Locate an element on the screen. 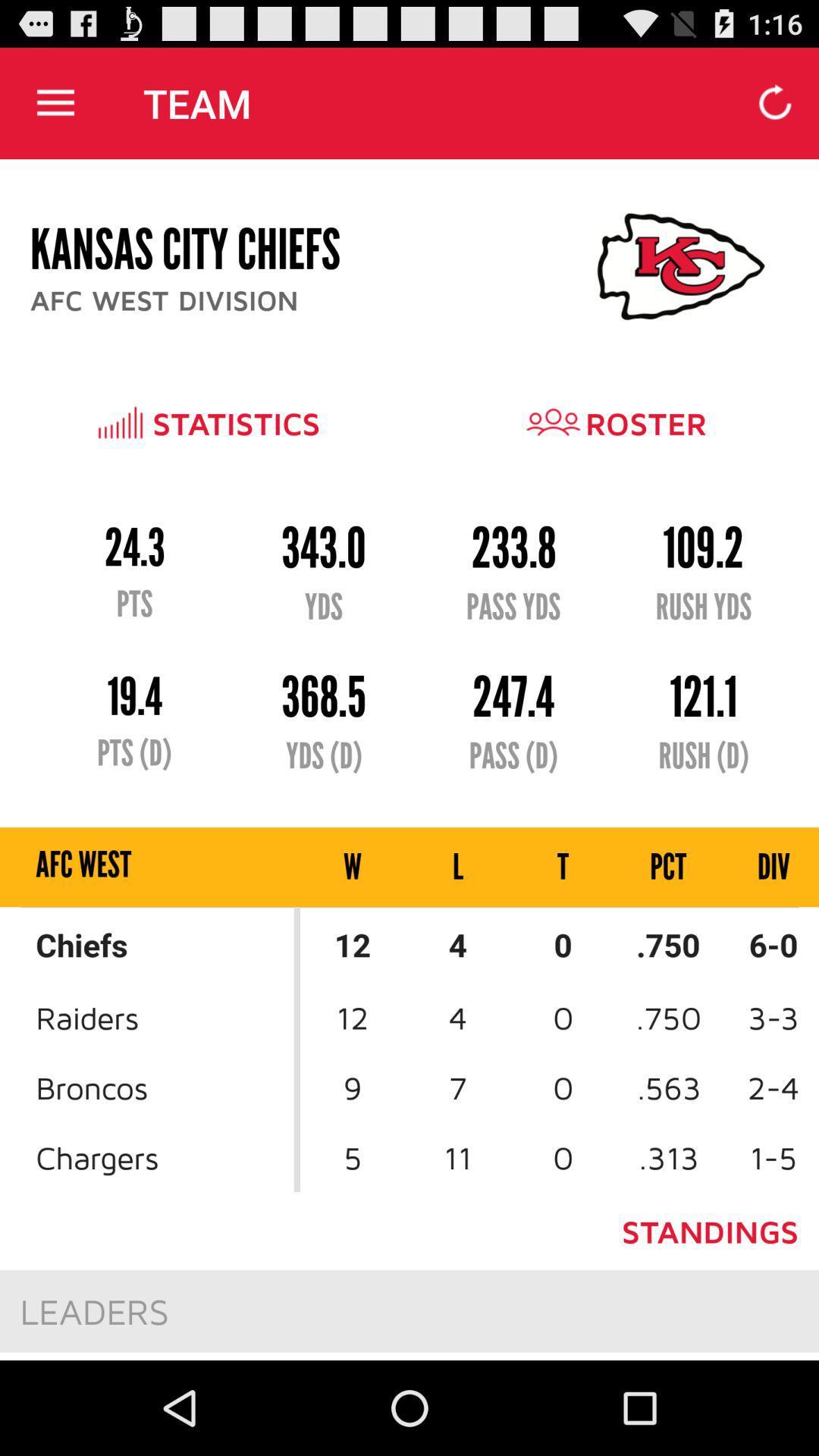 This screenshot has height=1456, width=819. icon above kansas city chiefs icon is located at coordinates (55, 102).